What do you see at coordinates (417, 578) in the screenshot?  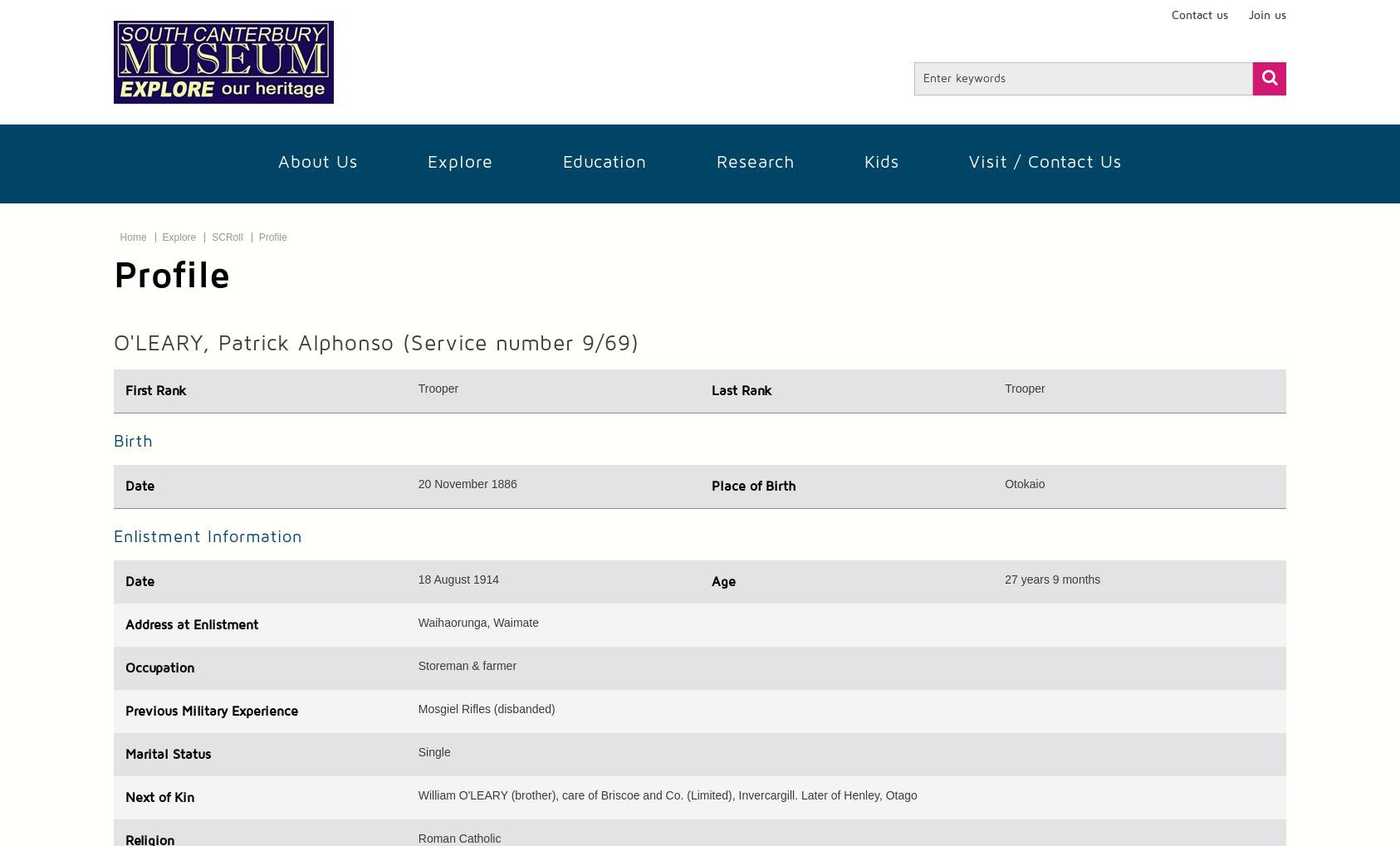 I see `'18 August 1914'` at bounding box center [417, 578].